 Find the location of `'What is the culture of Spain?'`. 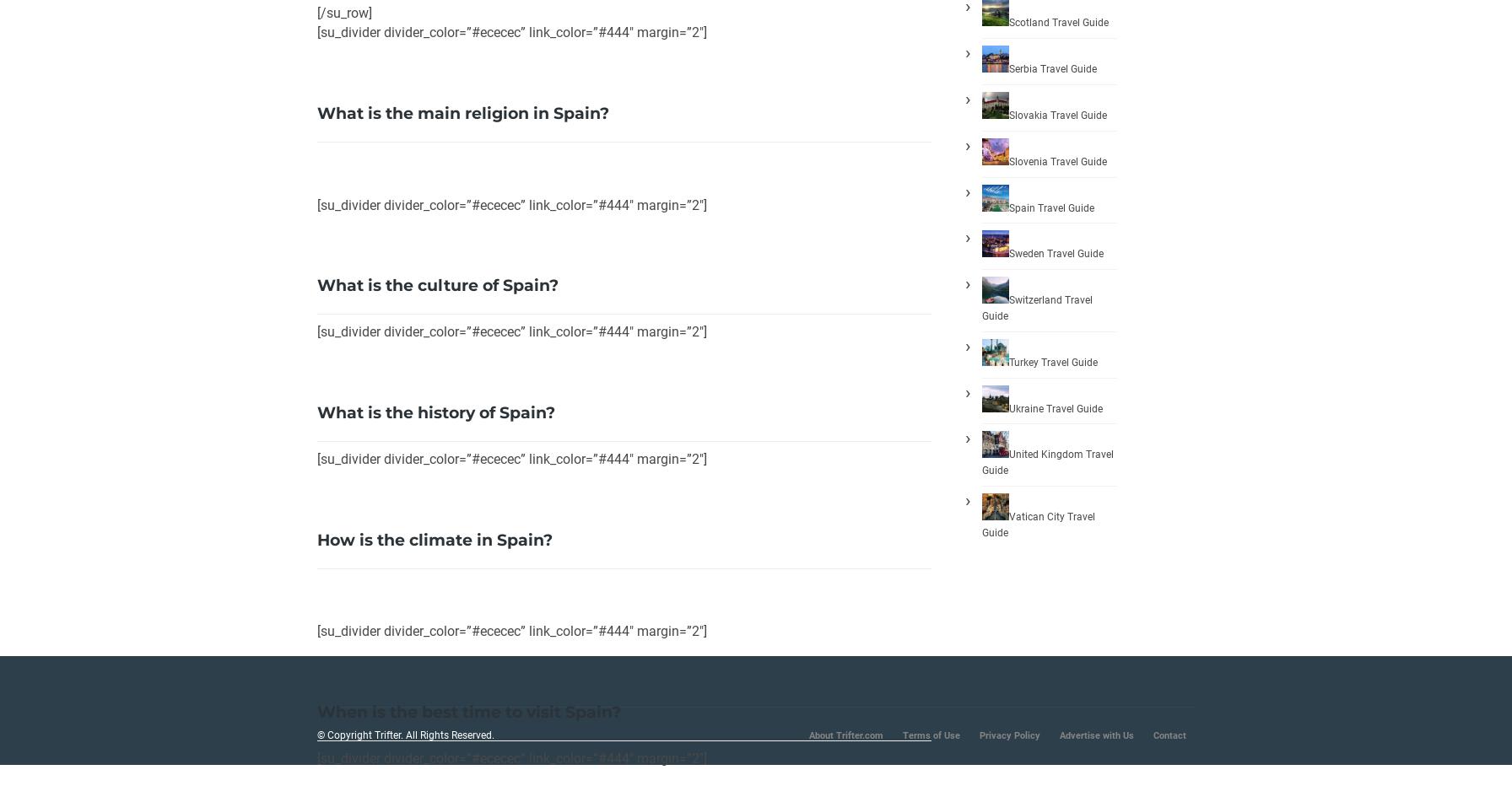

'What is the culture of Spain?' is located at coordinates (437, 284).